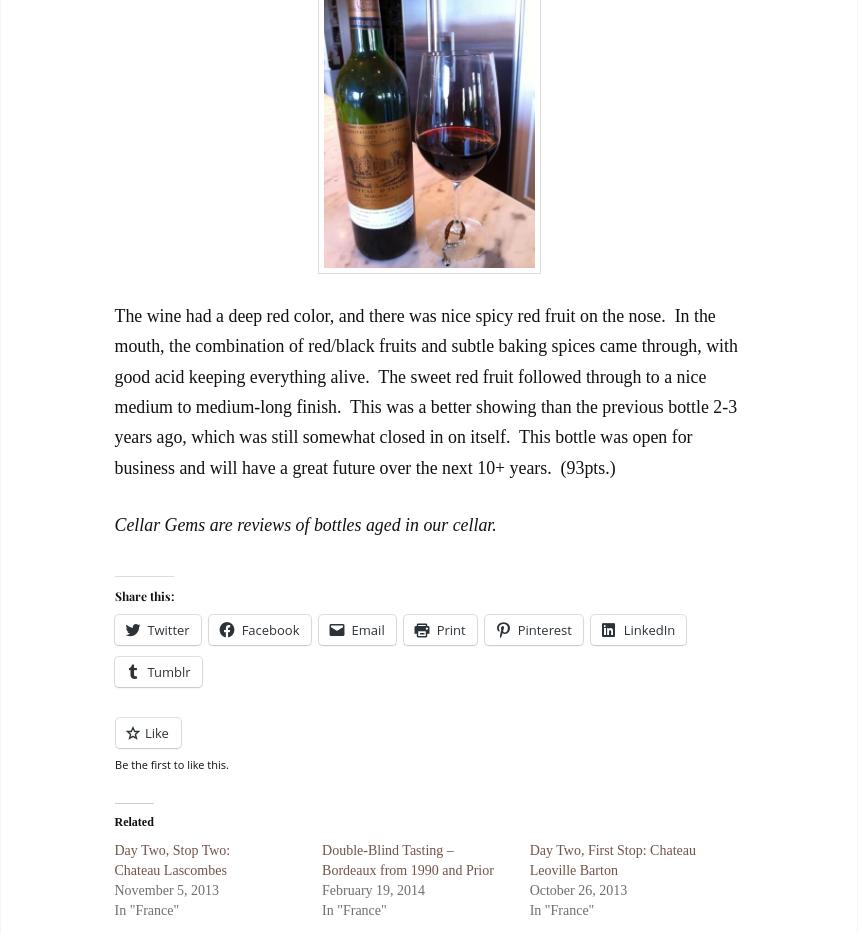  Describe the element at coordinates (622, 629) in the screenshot. I see `'LinkedIn'` at that location.